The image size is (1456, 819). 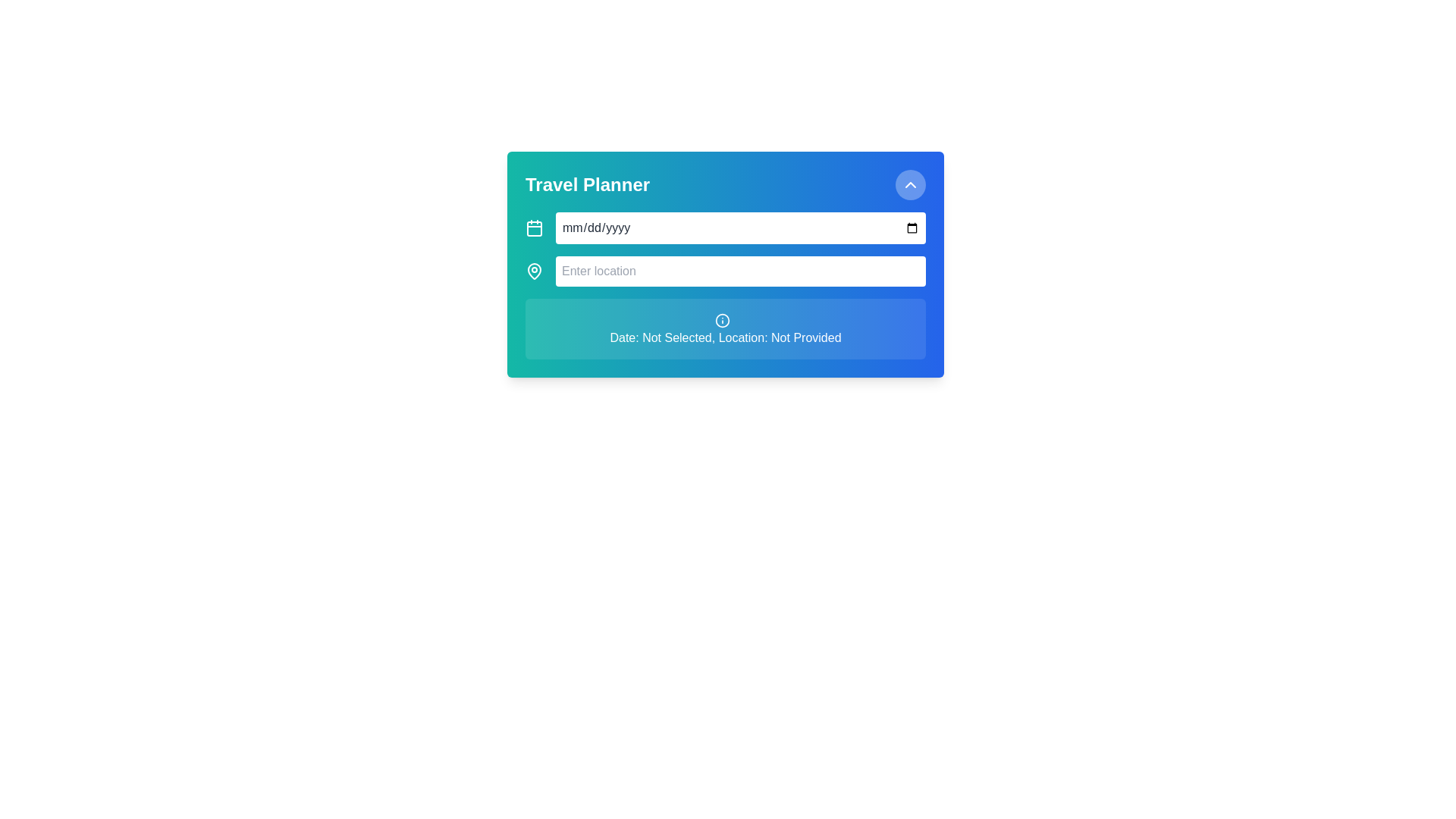 I want to click on the calendar icon with a square outline and rounded corners, located near the top left of the 'Travel Planner' interface, immediately left of the date input field, so click(x=535, y=227).